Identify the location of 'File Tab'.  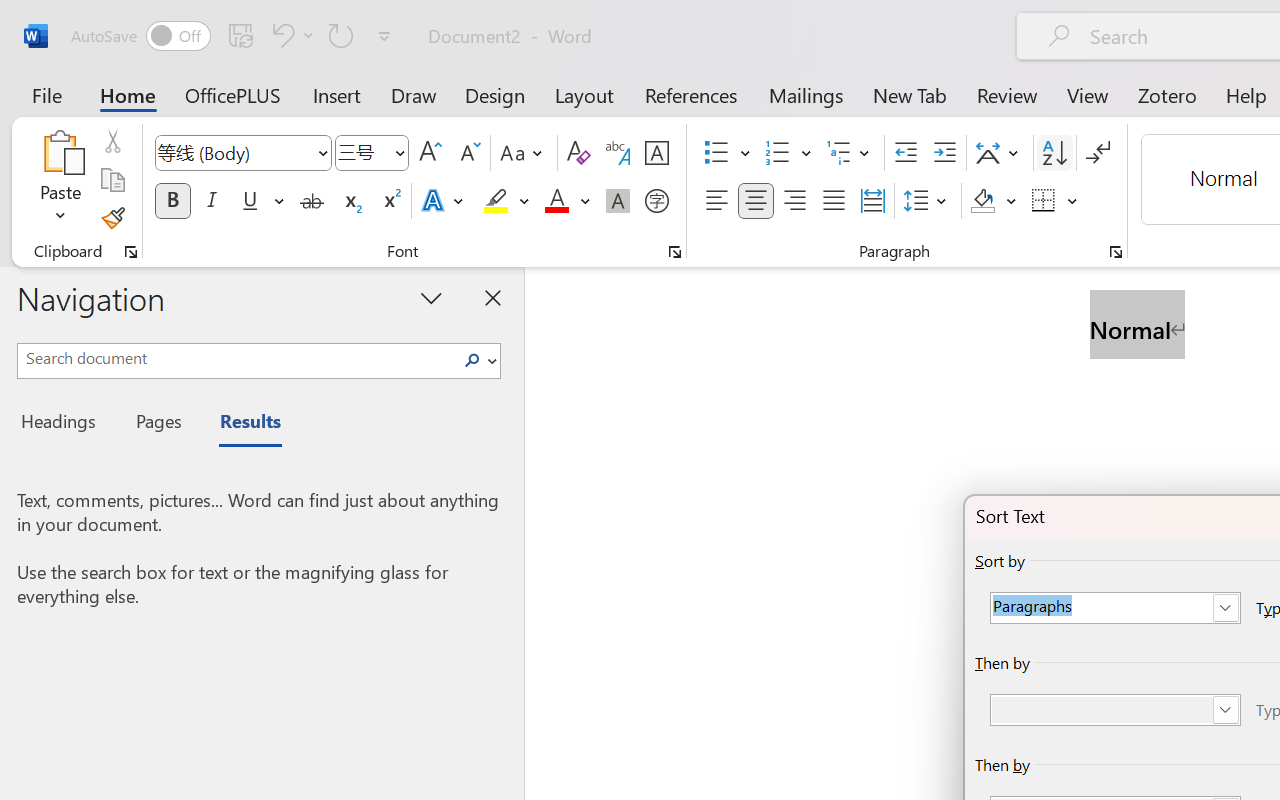
(46, 94).